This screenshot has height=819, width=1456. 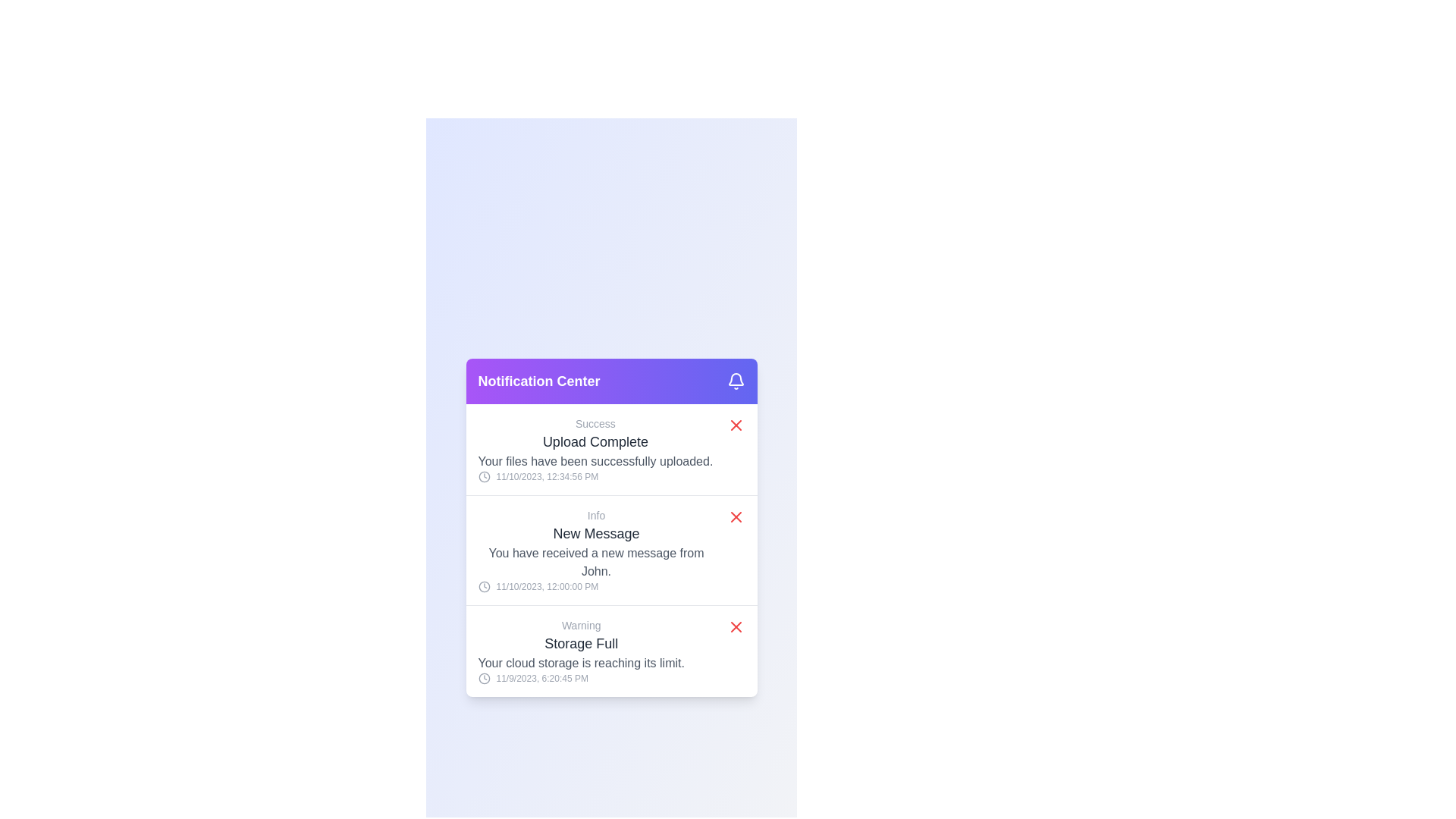 I want to click on the first notification entry in the Notification Center that displays 'Success' above 'Upload Complete', so click(x=611, y=449).